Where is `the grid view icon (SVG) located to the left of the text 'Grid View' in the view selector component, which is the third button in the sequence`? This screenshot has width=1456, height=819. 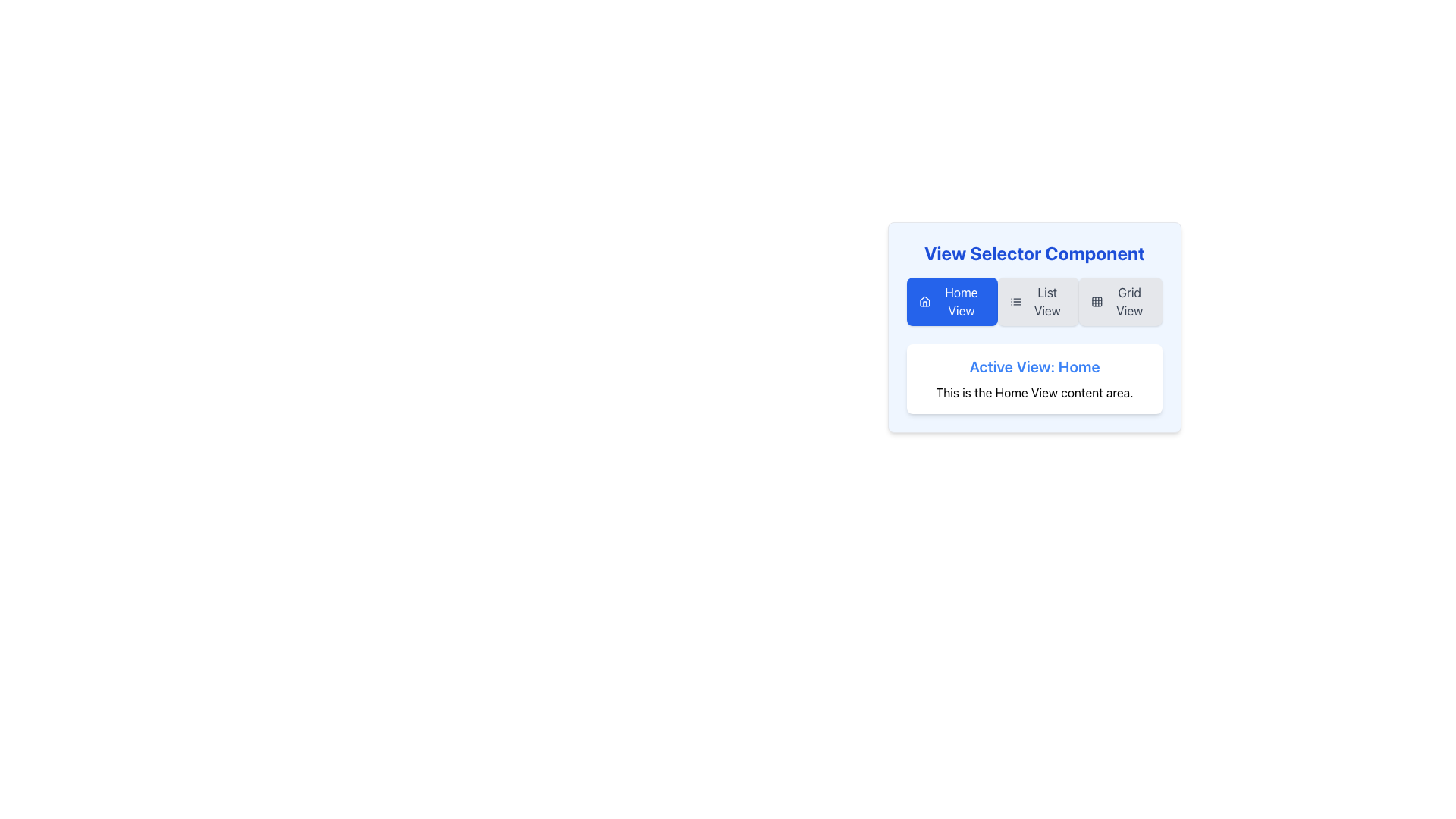 the grid view icon (SVG) located to the left of the text 'Grid View' in the view selector component, which is the third button in the sequence is located at coordinates (1097, 301).